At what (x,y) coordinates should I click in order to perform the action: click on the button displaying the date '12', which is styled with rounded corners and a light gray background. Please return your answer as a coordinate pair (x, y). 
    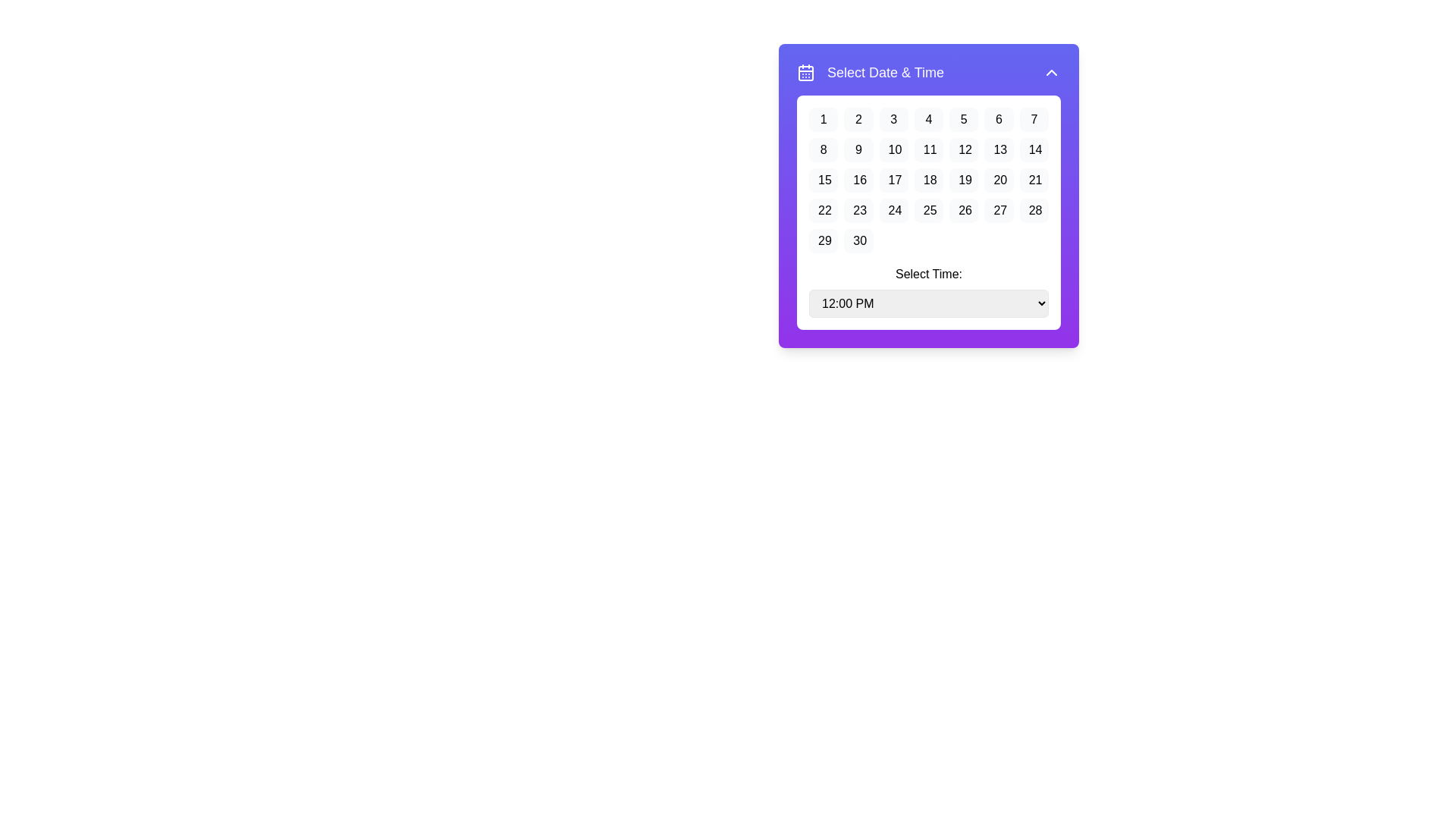
    Looking at the image, I should click on (963, 149).